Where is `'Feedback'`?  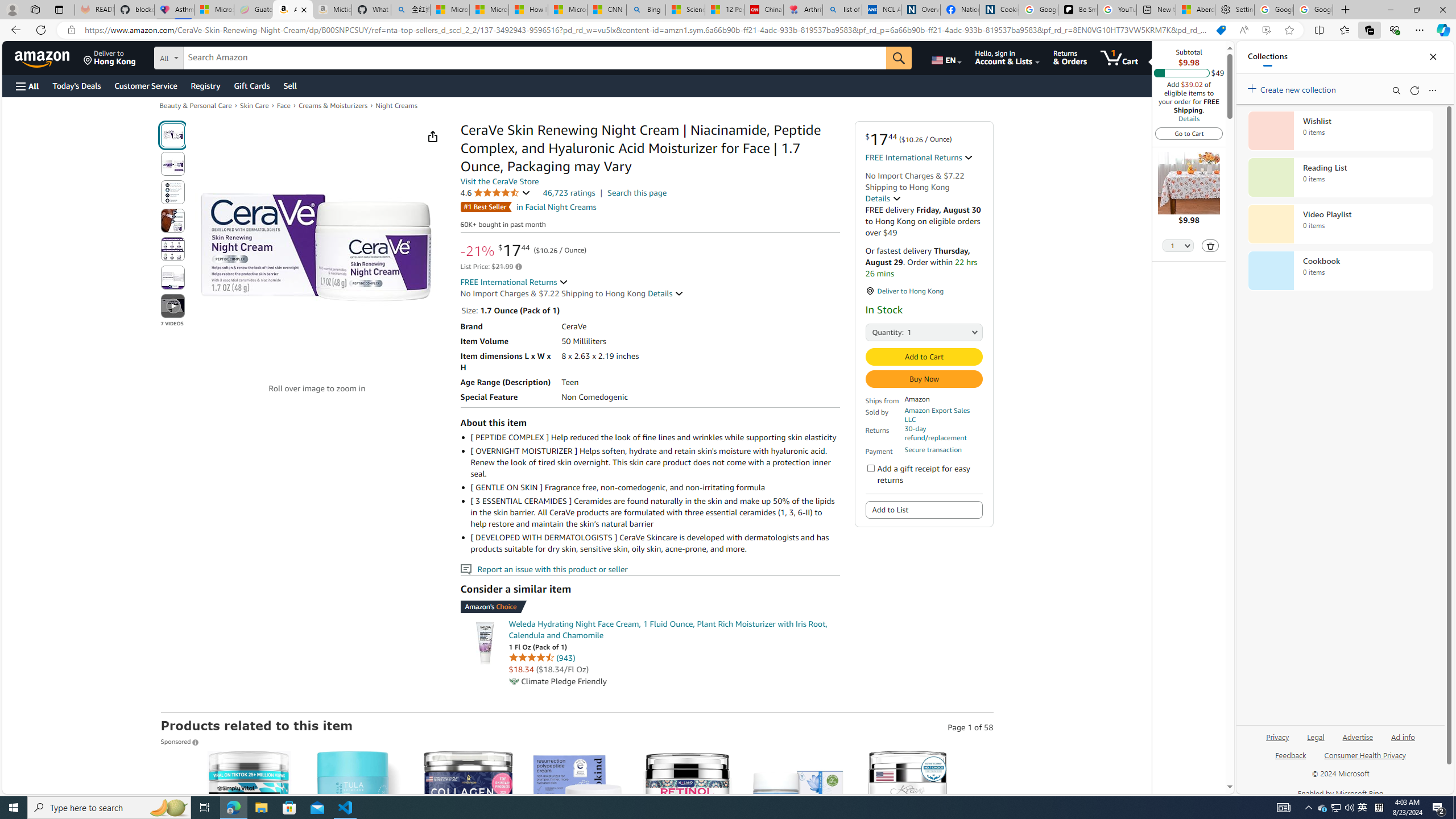
'Feedback' is located at coordinates (1291, 759).